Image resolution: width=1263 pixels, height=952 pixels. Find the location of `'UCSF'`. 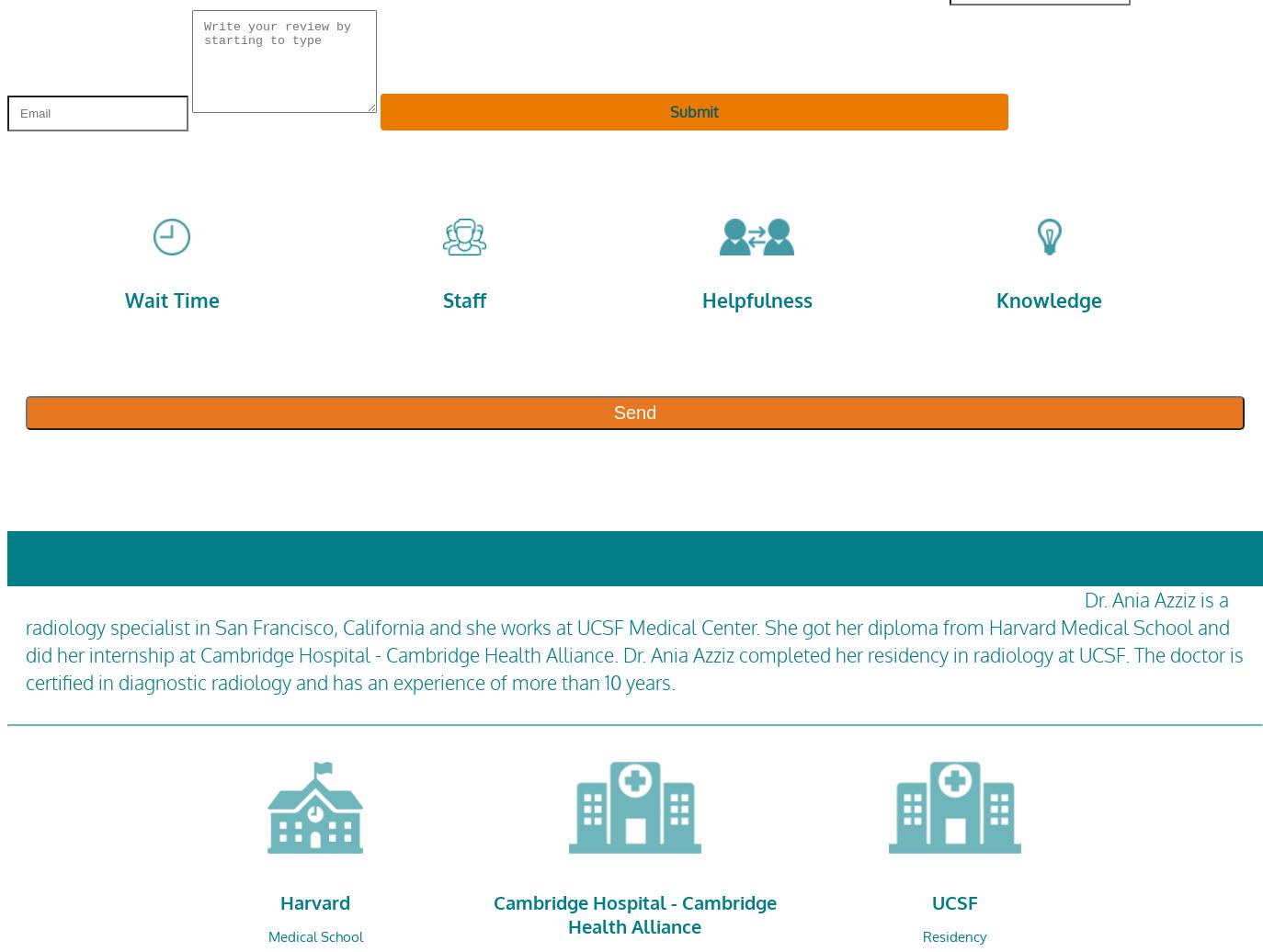

'UCSF' is located at coordinates (954, 901).